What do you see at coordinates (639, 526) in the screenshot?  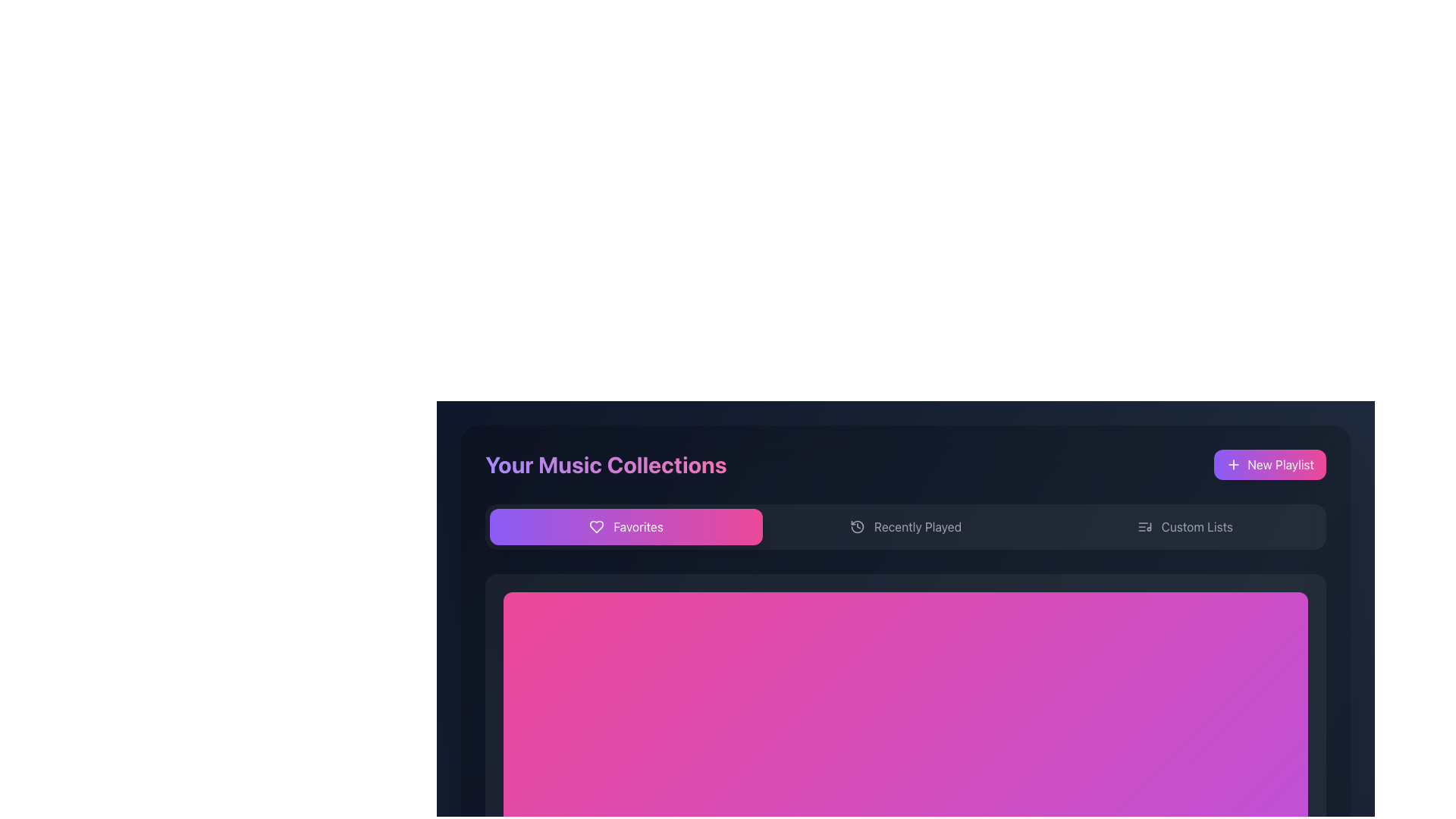 I see `the 'Favorites' text label within the button` at bounding box center [639, 526].